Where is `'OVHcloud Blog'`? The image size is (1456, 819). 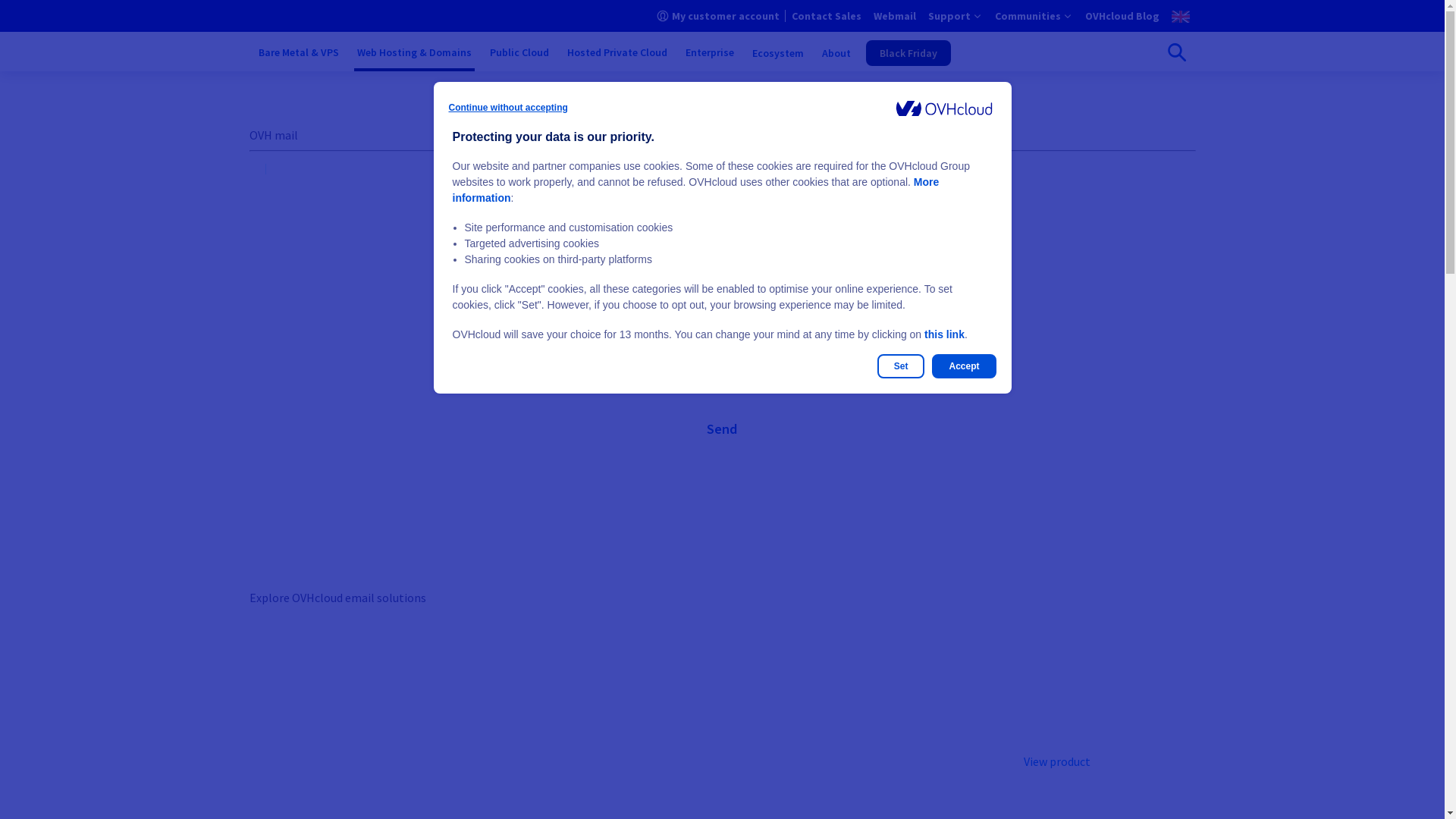
'OVHcloud Blog' is located at coordinates (1121, 15).